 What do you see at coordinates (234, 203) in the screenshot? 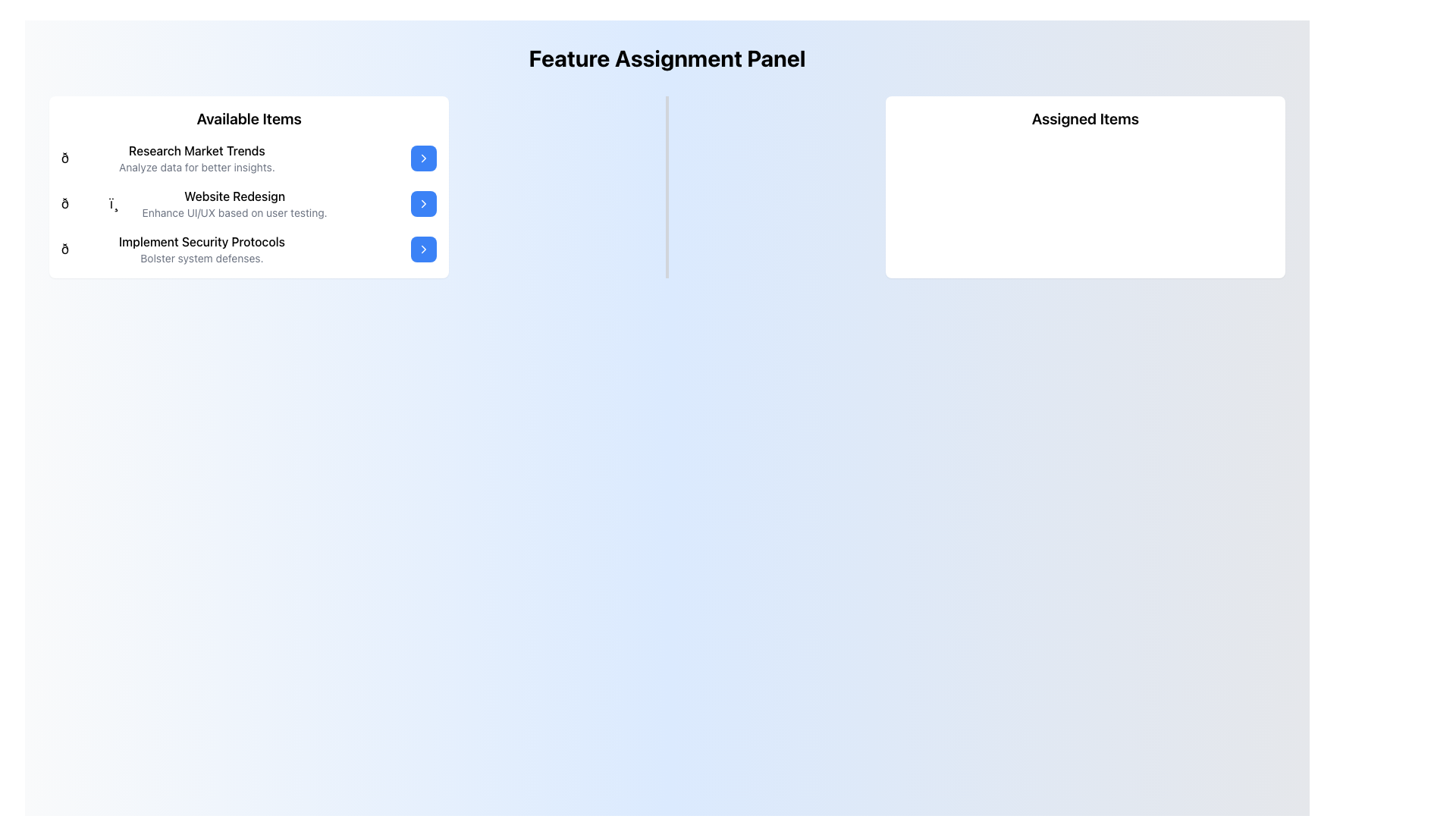
I see `the text block titled 'Website Redesign', which describes 'Enhance UI/UX based on user testing.'` at bounding box center [234, 203].